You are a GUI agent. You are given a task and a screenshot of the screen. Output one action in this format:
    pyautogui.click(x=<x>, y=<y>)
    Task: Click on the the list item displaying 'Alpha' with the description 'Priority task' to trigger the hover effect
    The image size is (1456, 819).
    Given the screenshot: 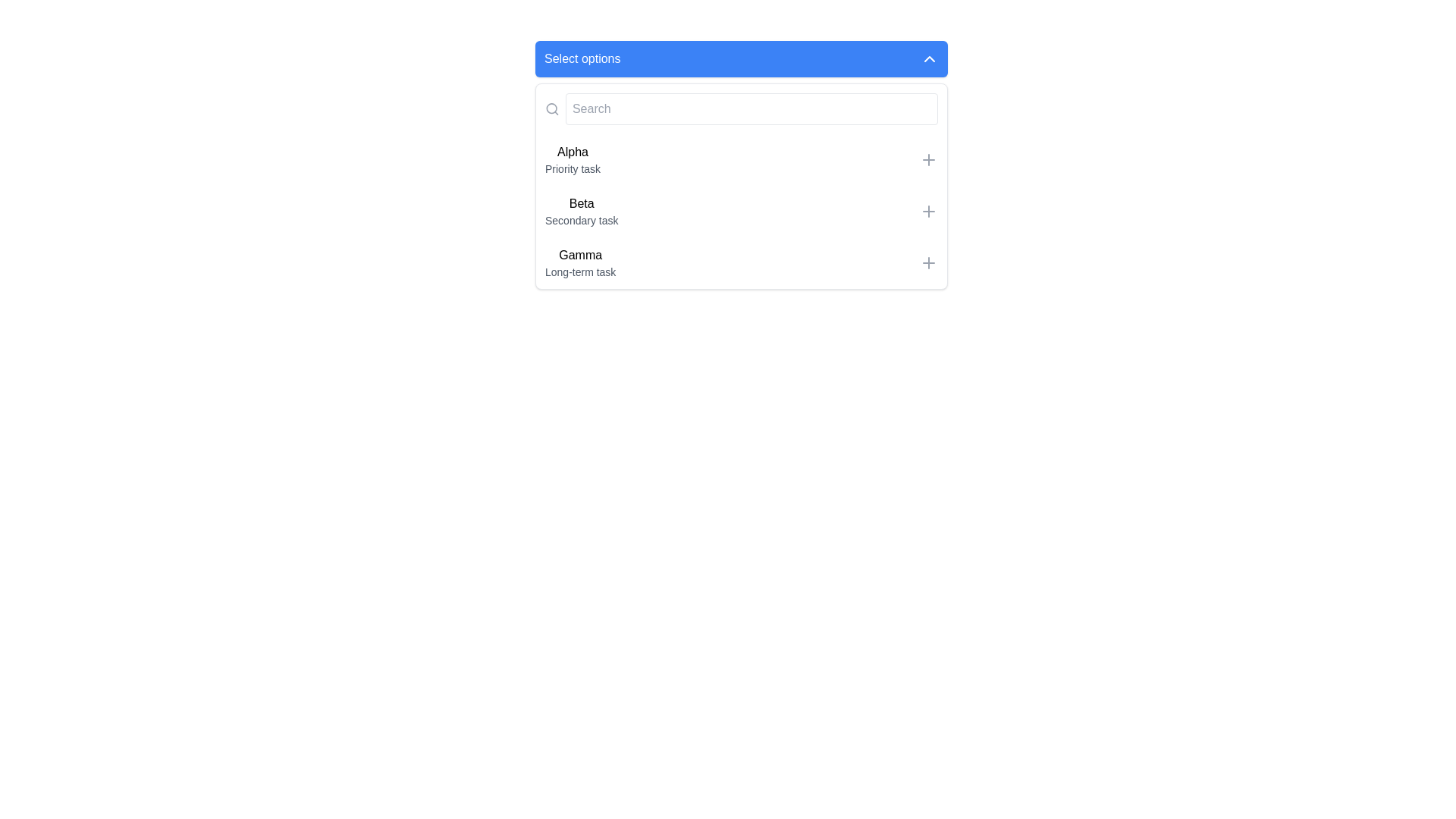 What is the action you would take?
    pyautogui.click(x=572, y=160)
    